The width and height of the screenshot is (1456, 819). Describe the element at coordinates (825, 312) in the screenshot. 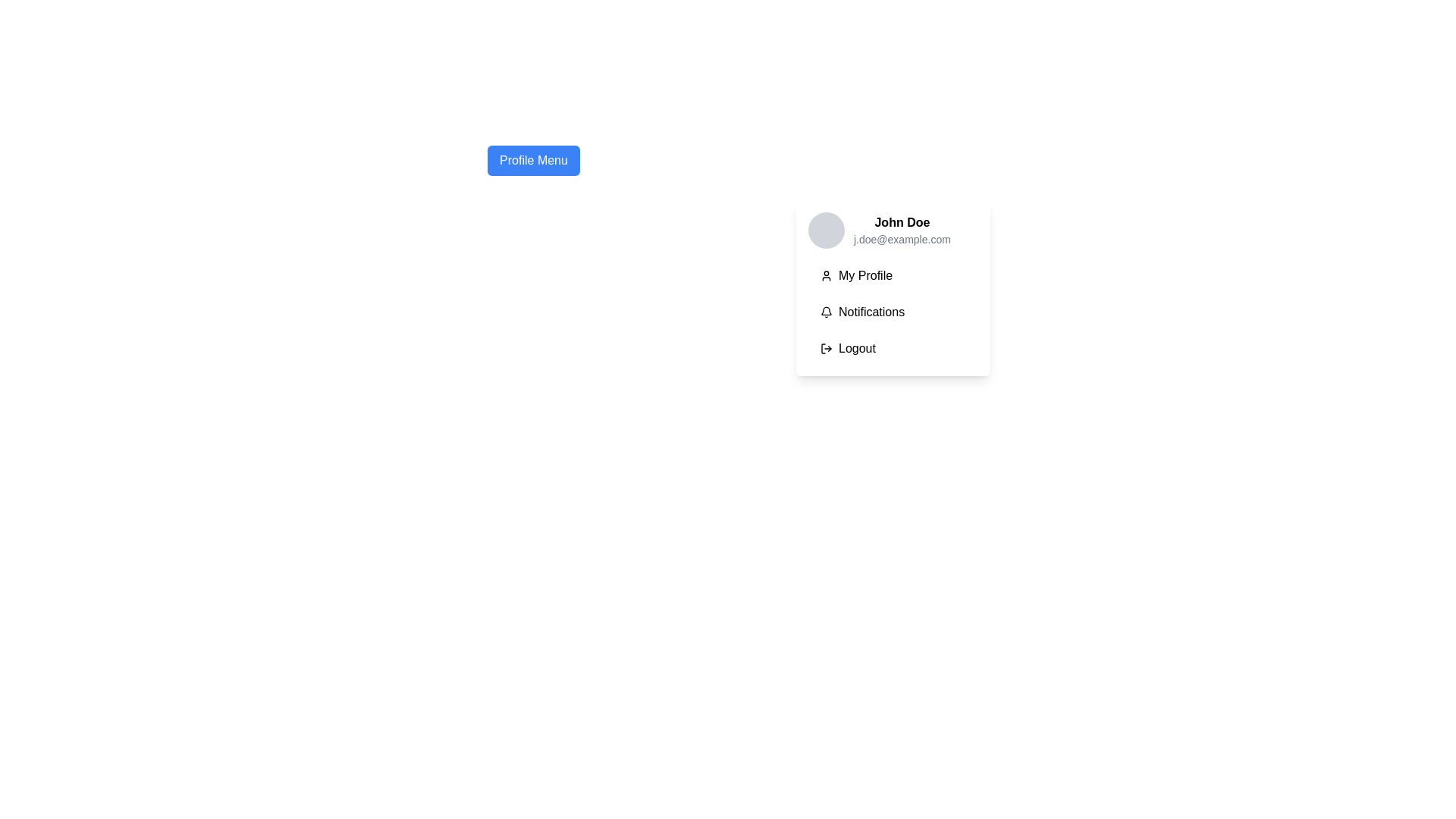

I see `the bell-shaped notification icon located beside the 'Notifications' text` at that location.